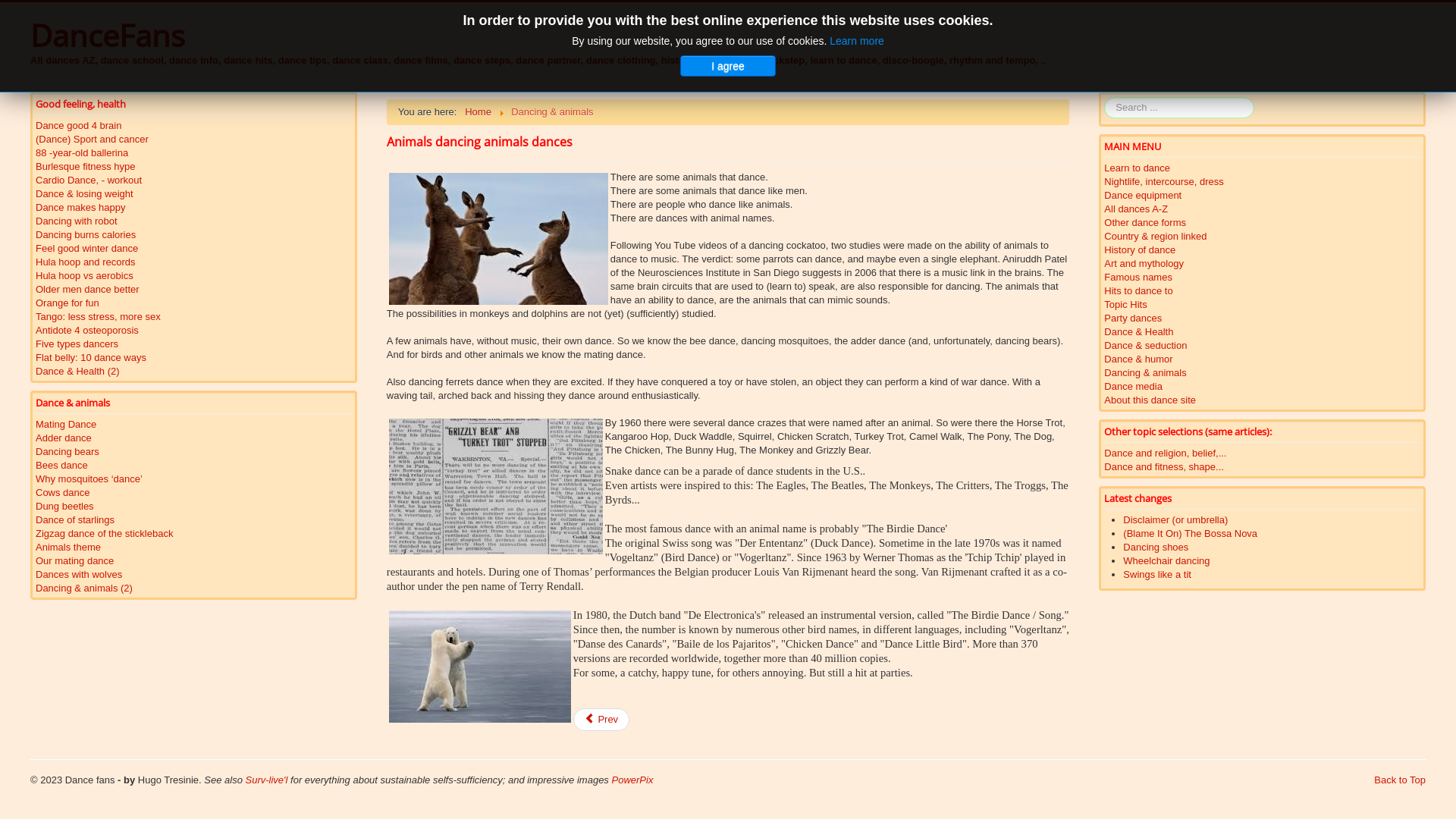 The image size is (1456, 819). I want to click on 'Mating Dance', so click(36, 424).